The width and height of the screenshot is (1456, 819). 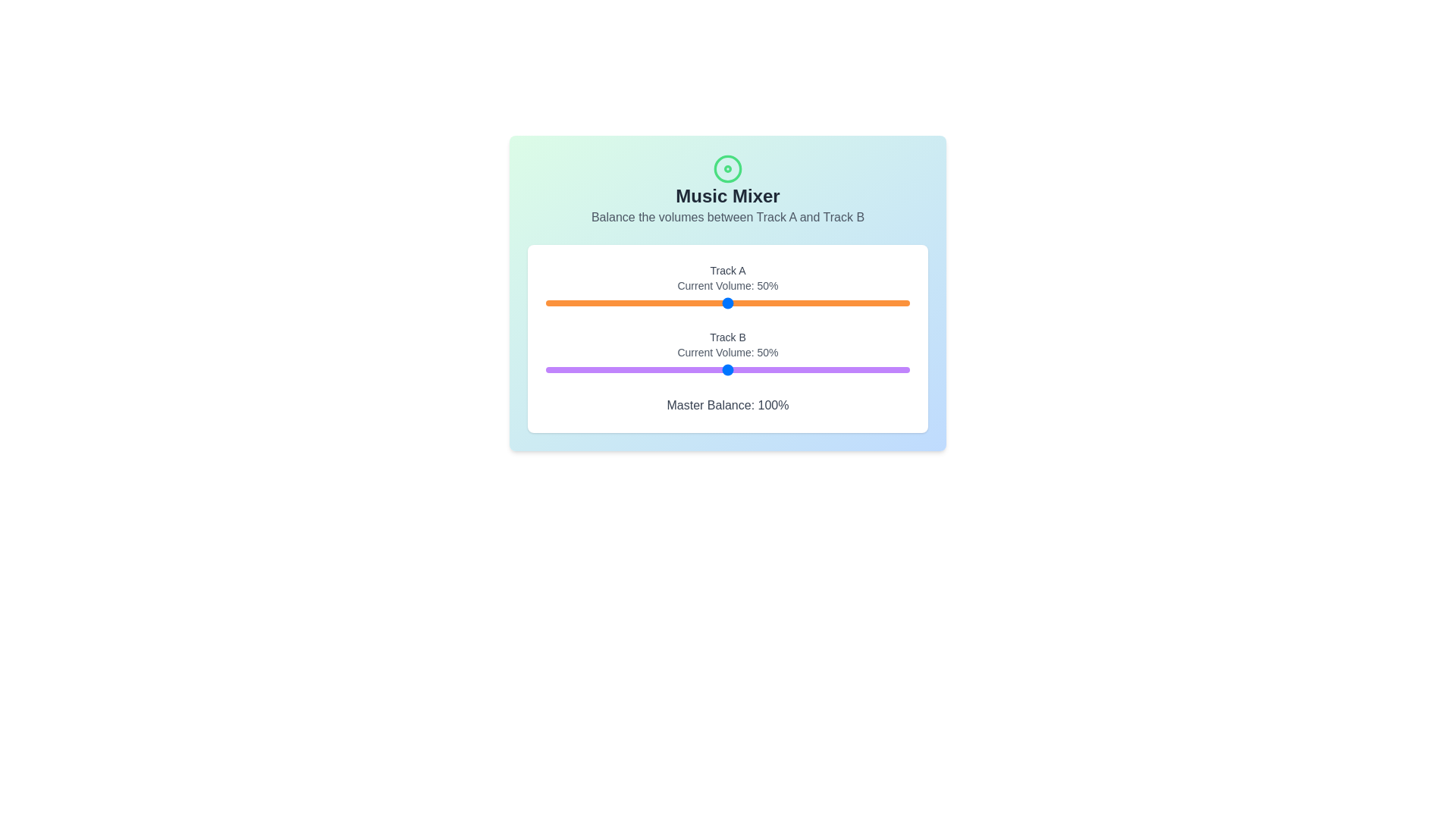 What do you see at coordinates (779, 370) in the screenshot?
I see `the volume slider for Track B to 64%` at bounding box center [779, 370].